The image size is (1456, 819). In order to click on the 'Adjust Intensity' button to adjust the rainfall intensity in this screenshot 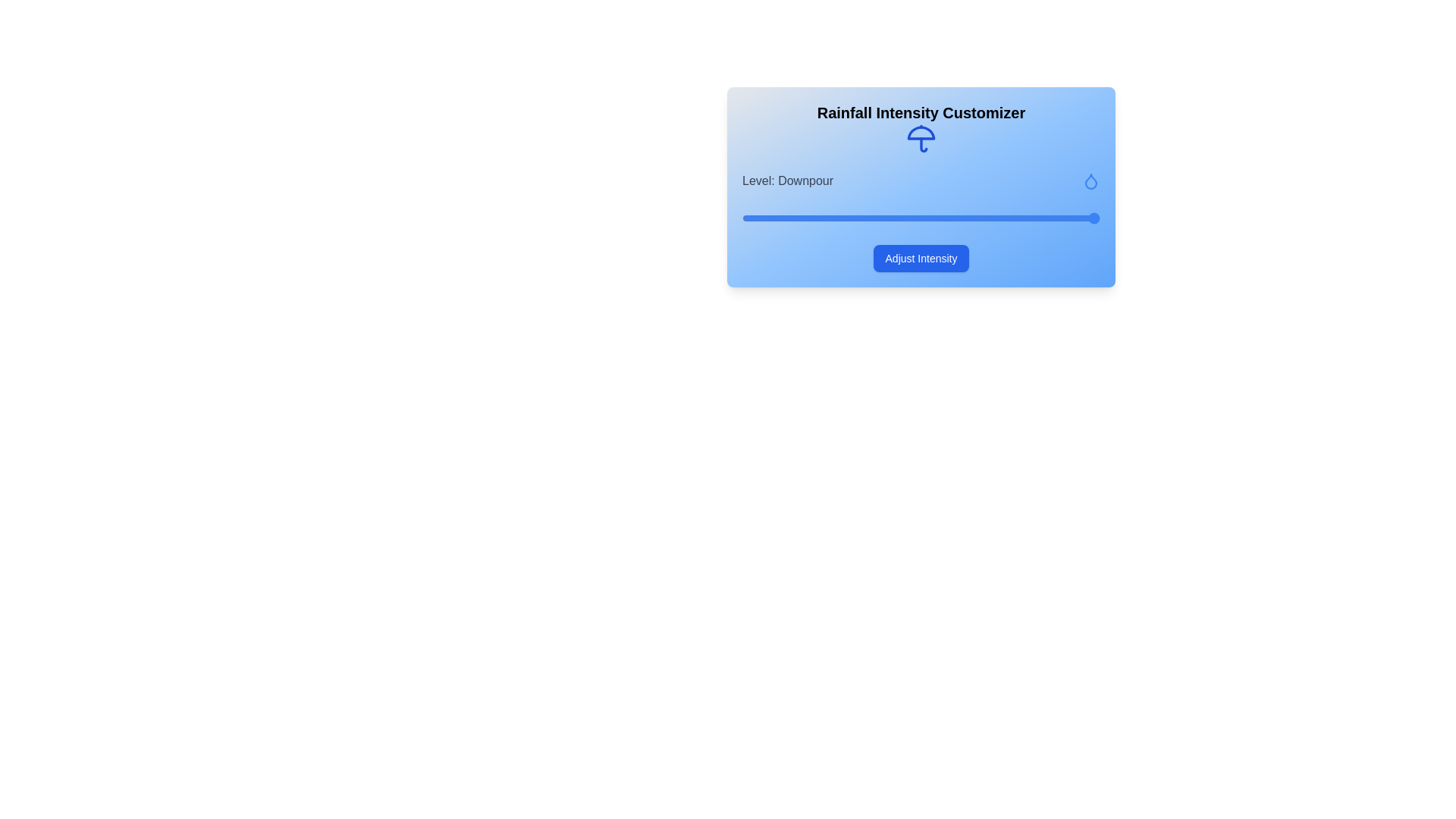, I will do `click(920, 257)`.